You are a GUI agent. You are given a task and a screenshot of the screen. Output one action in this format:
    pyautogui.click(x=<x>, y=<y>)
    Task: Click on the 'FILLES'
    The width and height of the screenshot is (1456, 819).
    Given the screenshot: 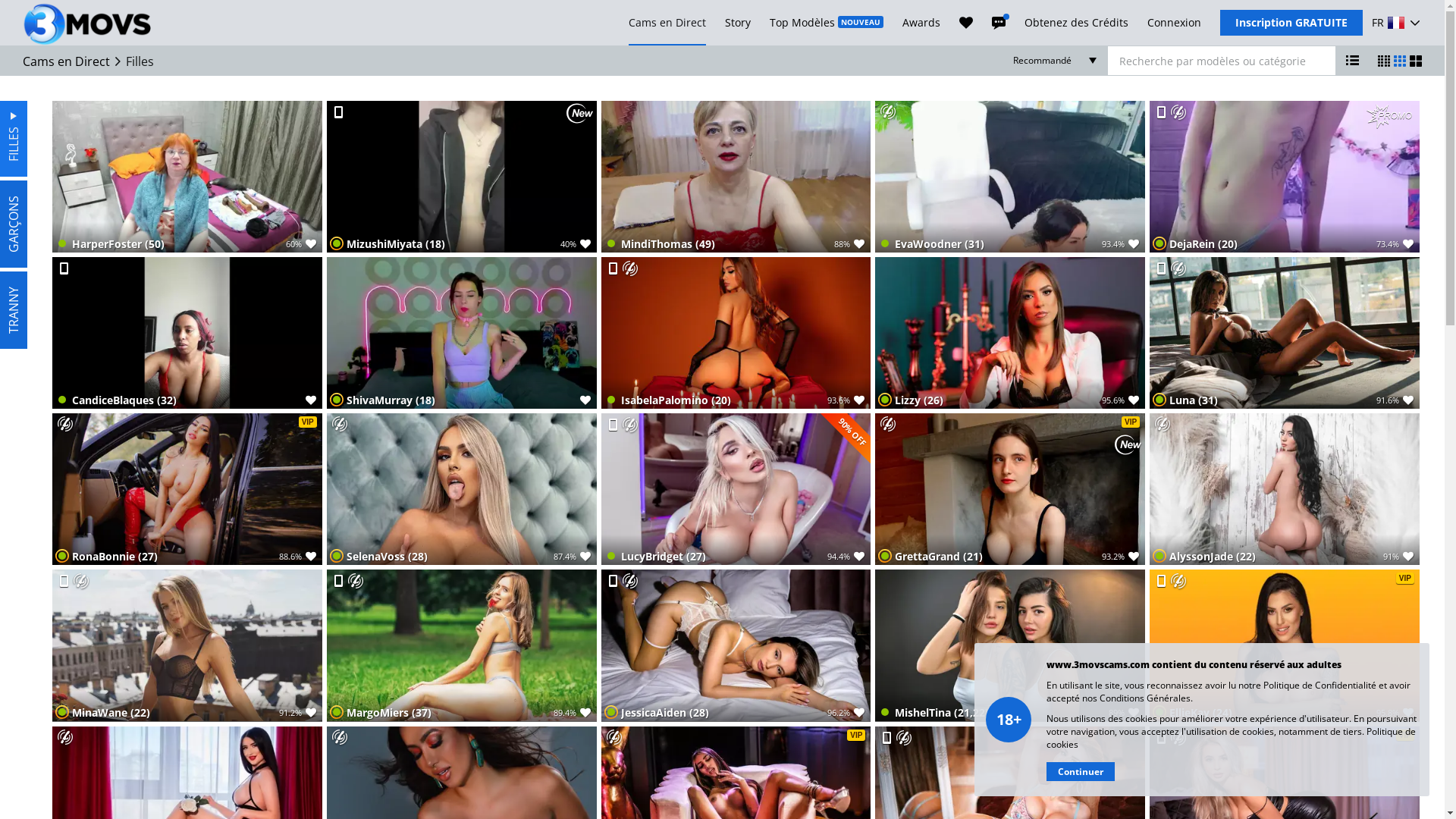 What is the action you would take?
    pyautogui.click(x=37, y=113)
    